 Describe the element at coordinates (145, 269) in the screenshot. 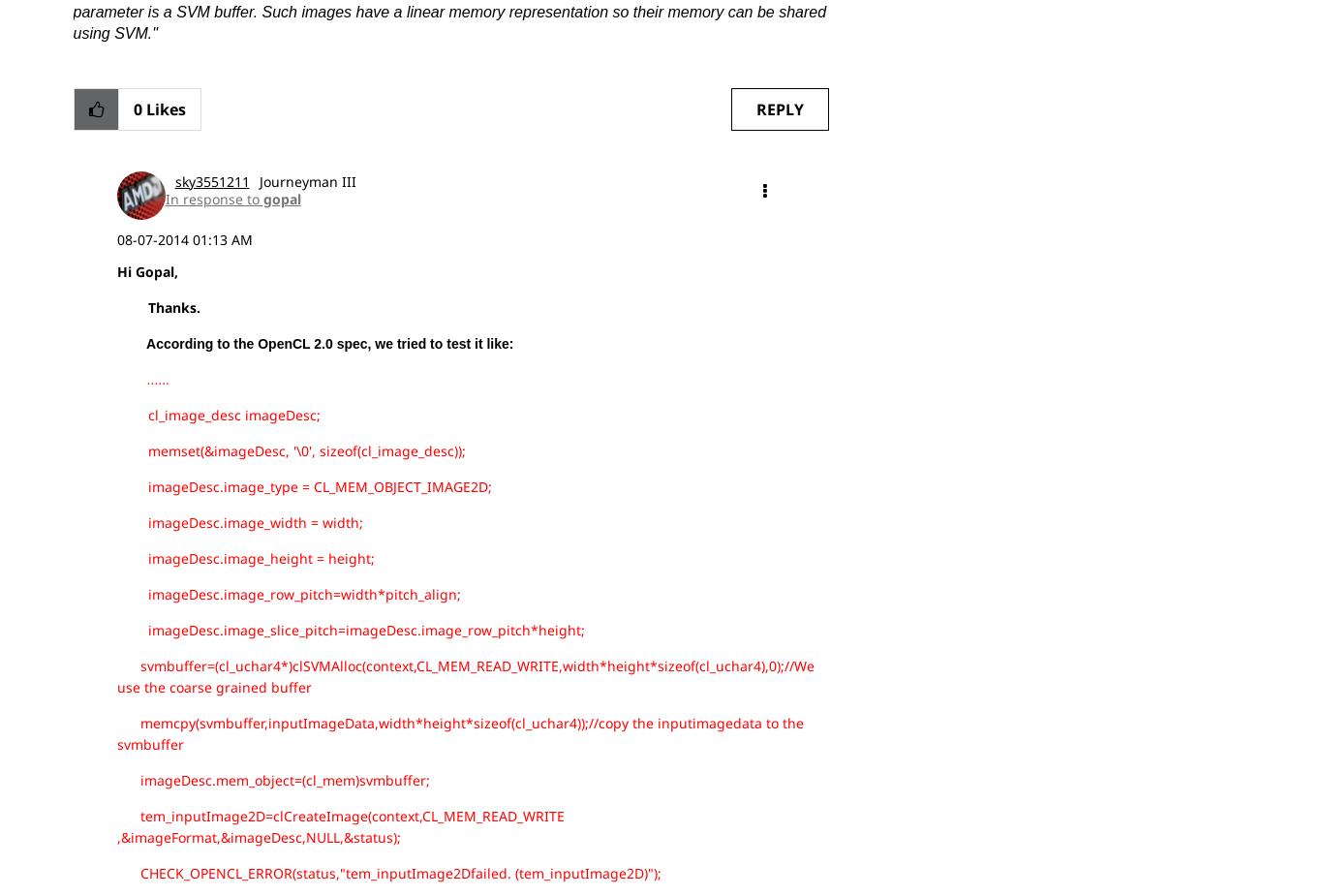

I see `'Hi Gopal,'` at that location.